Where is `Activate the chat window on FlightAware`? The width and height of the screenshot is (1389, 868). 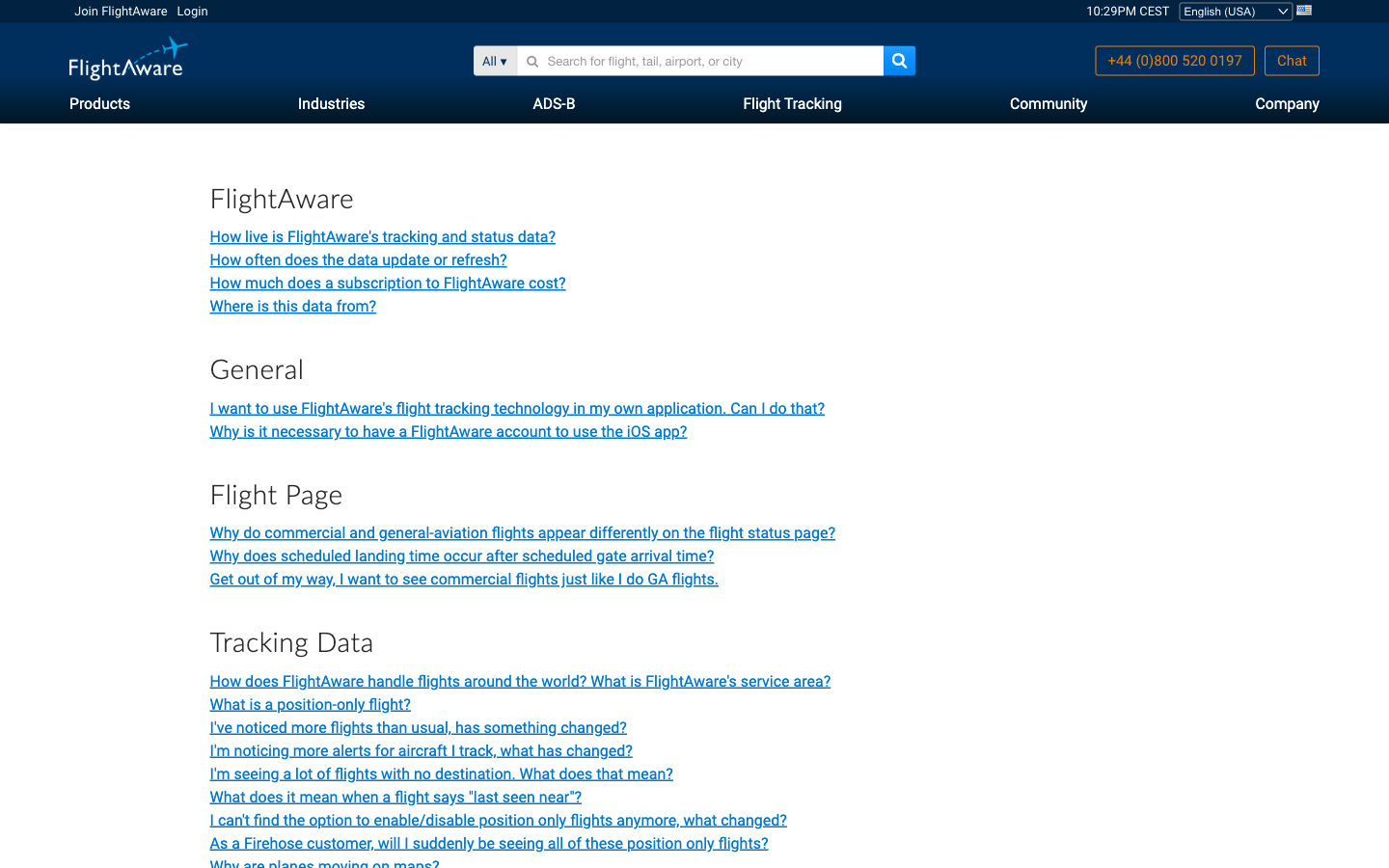 Activate the chat window on FlightAware is located at coordinates (1291, 60).